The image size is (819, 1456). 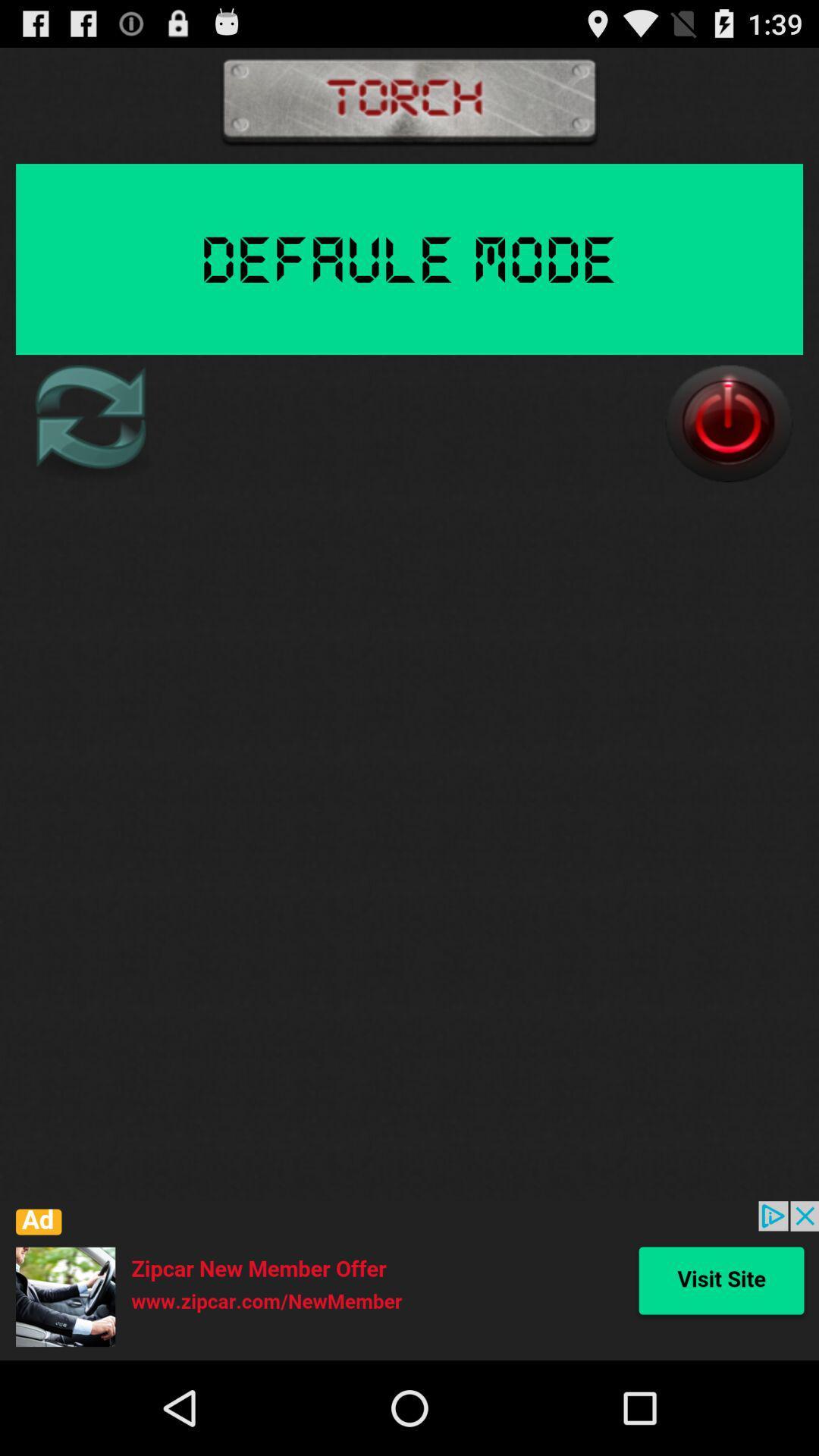 What do you see at coordinates (409, 1280) in the screenshot?
I see `open website page` at bounding box center [409, 1280].